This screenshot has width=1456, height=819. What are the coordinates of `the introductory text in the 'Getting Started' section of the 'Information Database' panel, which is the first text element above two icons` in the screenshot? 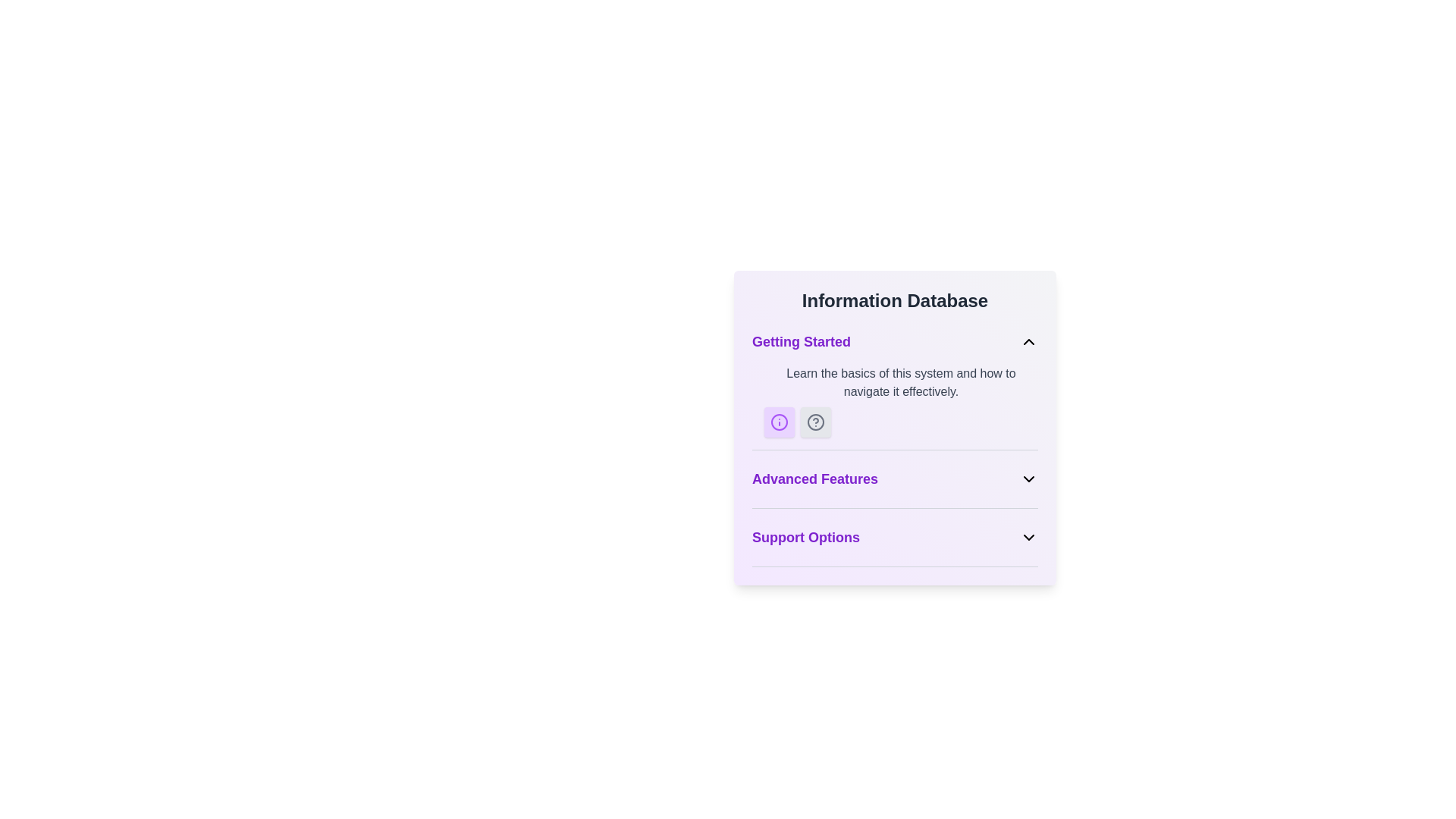 It's located at (901, 382).